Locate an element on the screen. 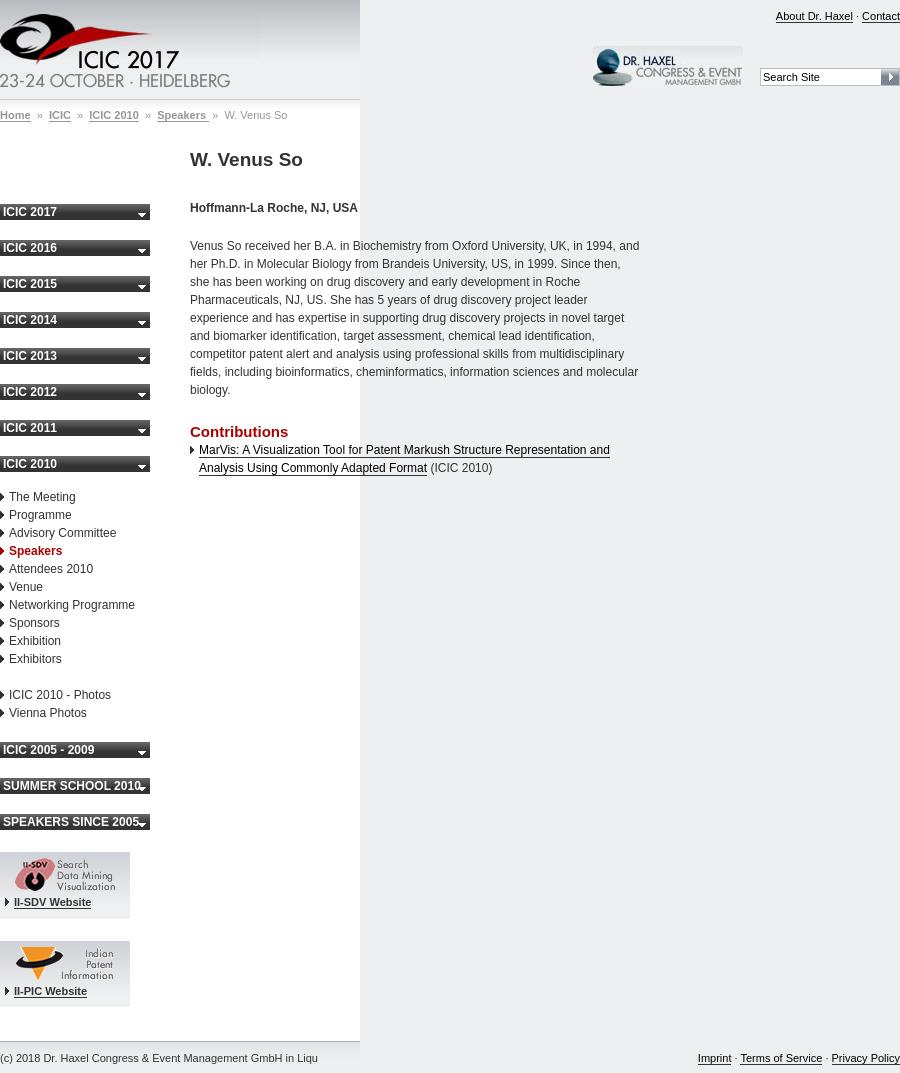 Image resolution: width=900 pixels, height=1073 pixels. 'Networking Programme' is located at coordinates (71, 603).